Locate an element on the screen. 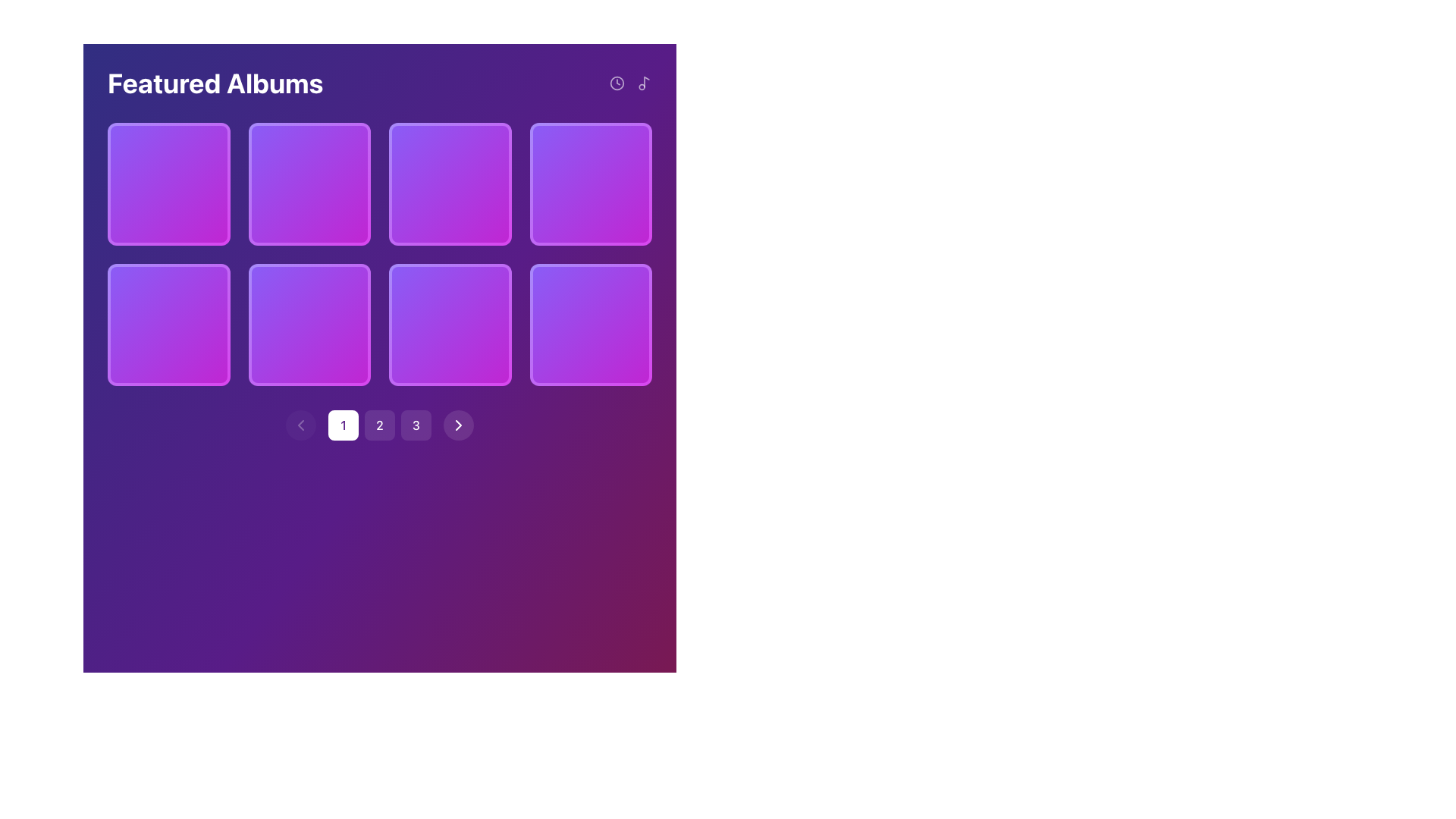 The width and height of the screenshot is (1456, 819). the musical note icon located in the top-right corner of the interface, which is the second icon to the right of the clock icon is located at coordinates (644, 83).